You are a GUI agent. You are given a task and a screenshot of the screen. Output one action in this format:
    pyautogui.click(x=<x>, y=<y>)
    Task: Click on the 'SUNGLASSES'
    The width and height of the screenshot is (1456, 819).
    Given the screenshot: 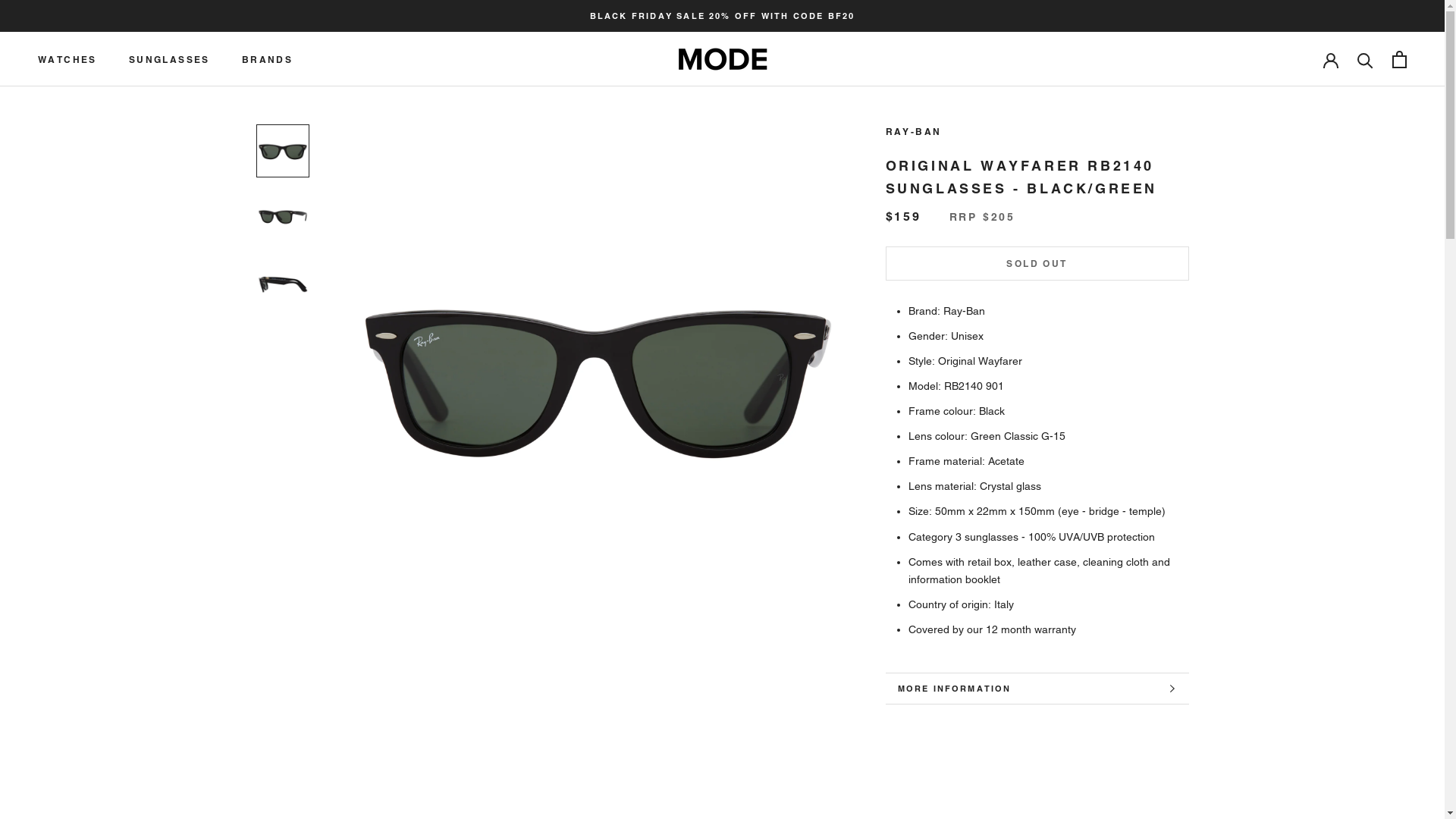 What is the action you would take?
    pyautogui.click(x=169, y=58)
    